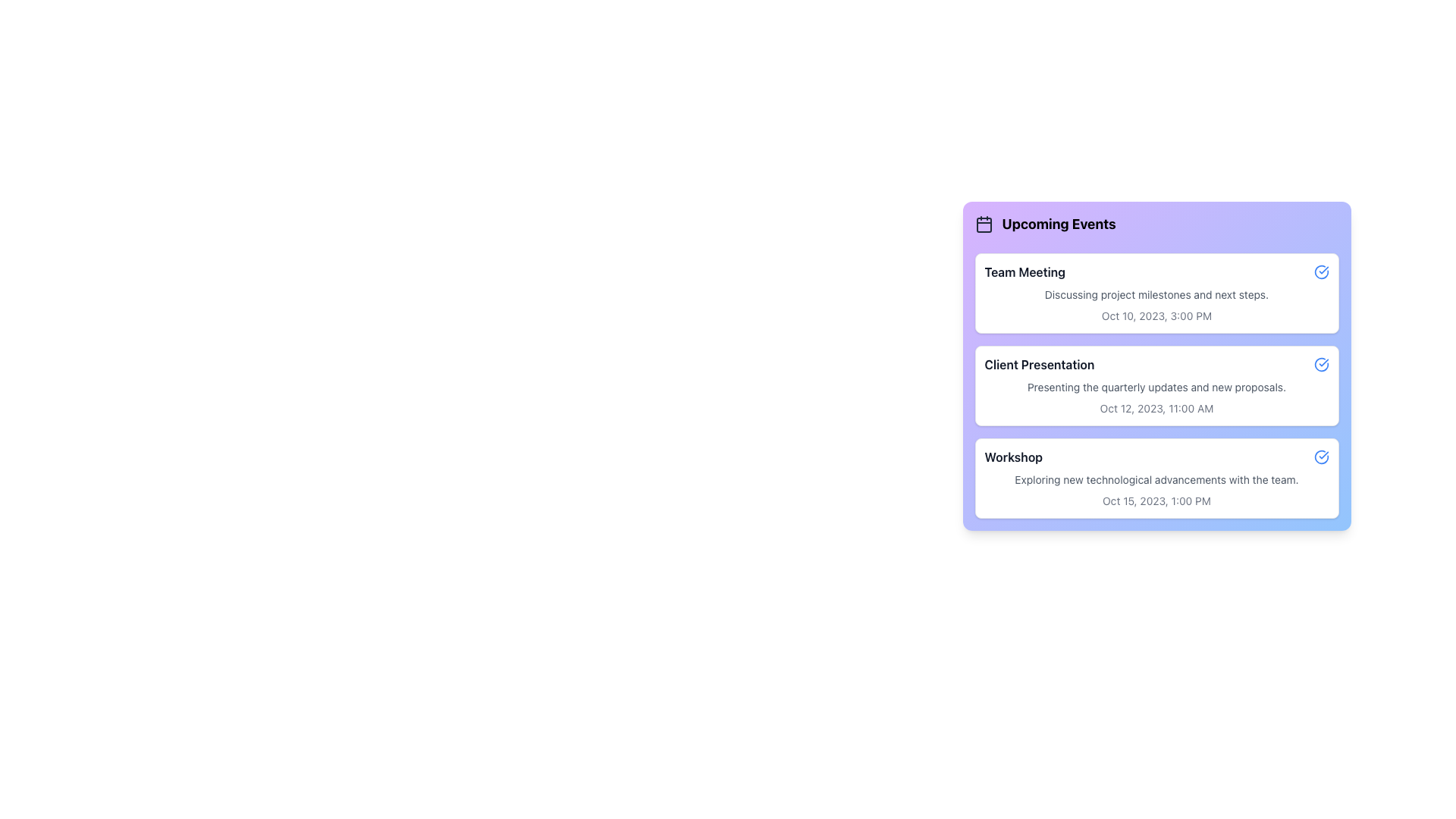  What do you see at coordinates (1320, 456) in the screenshot?
I see `the completion icon located at the top-right corner of the 'Workshop' card within the 'Upcoming Events' panel` at bounding box center [1320, 456].